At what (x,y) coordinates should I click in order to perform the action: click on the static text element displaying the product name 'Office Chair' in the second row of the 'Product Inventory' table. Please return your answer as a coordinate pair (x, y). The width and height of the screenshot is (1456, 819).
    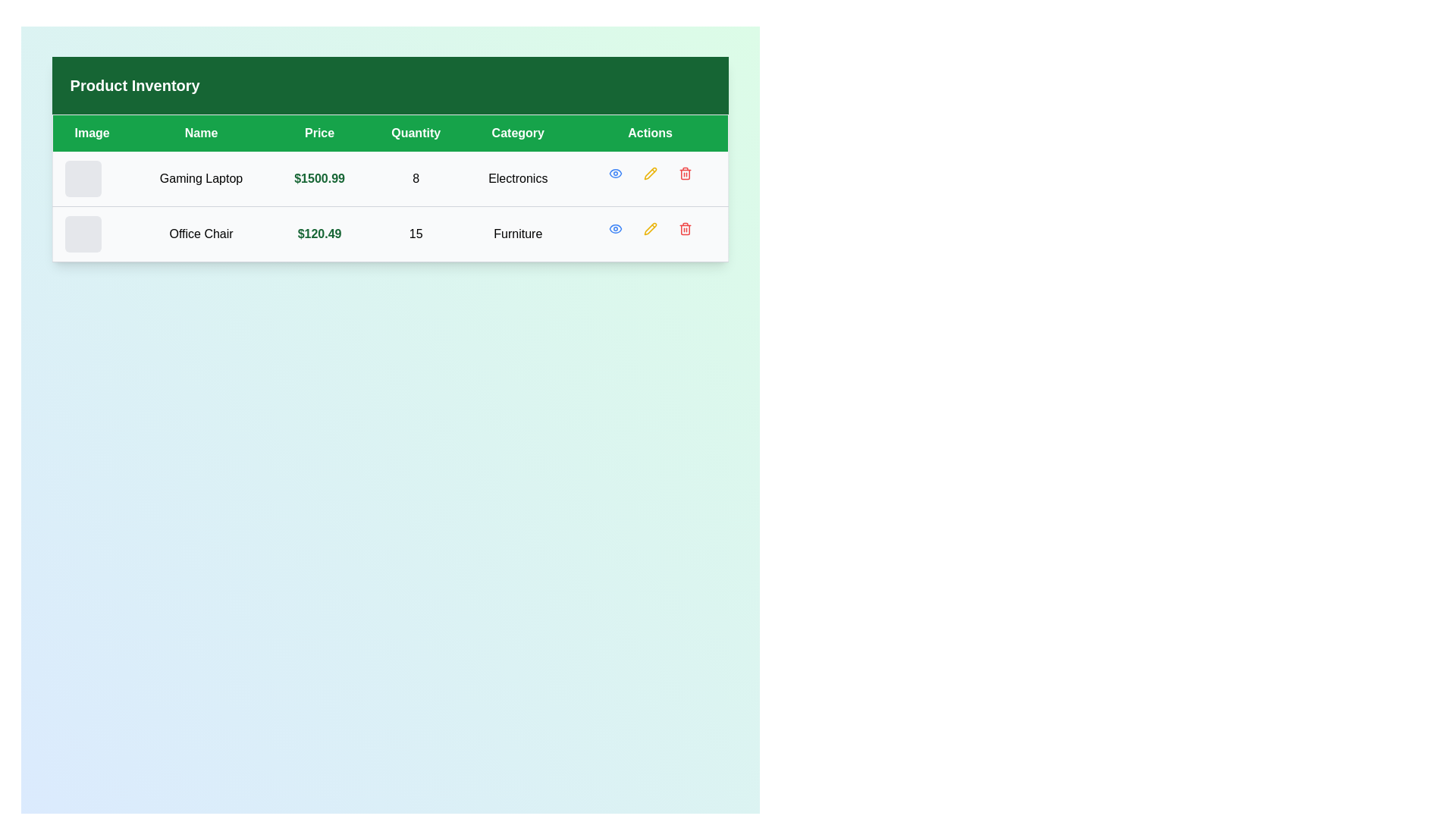
    Looking at the image, I should click on (200, 234).